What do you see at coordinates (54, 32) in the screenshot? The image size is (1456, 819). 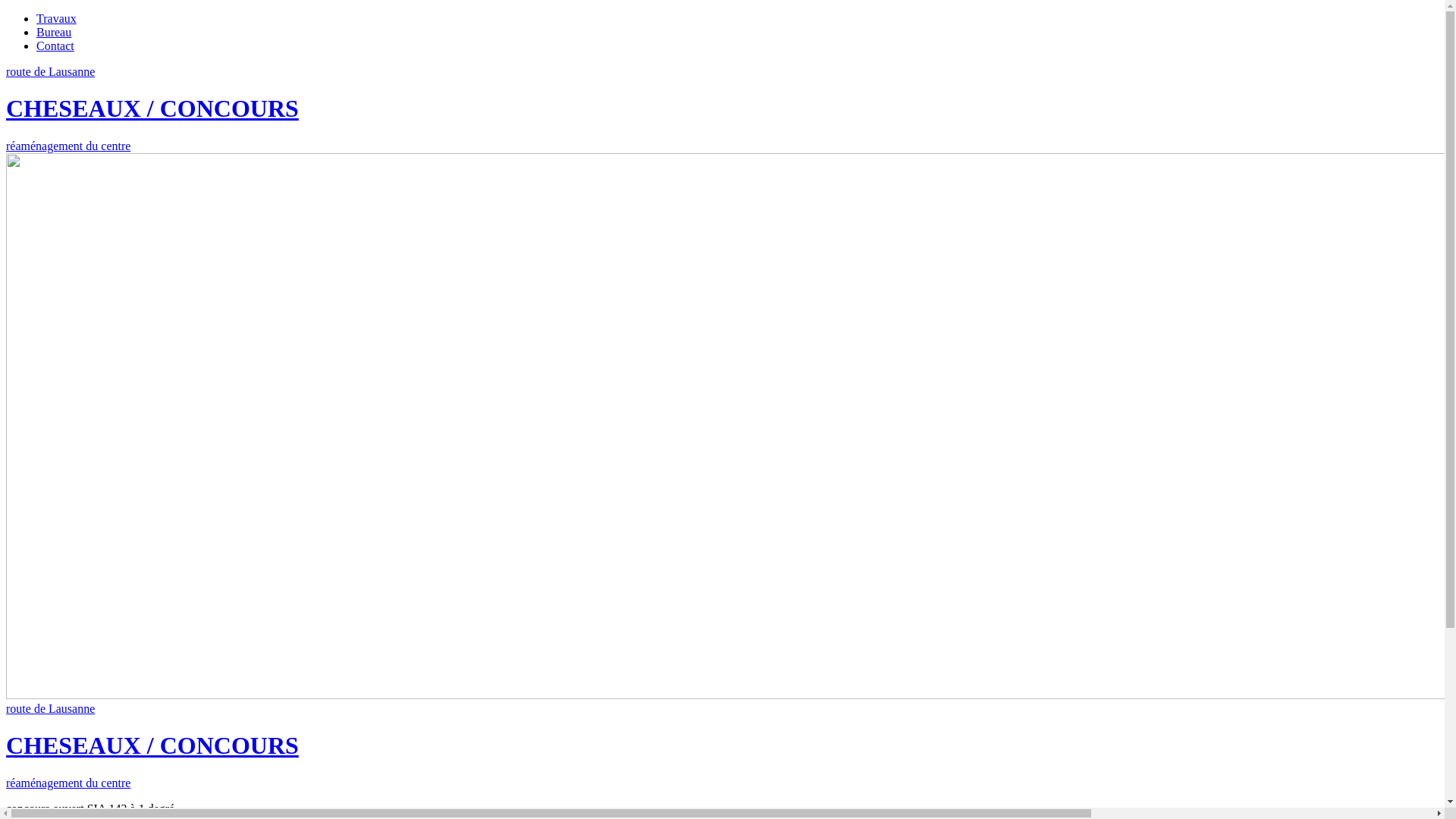 I see `'Bureau'` at bounding box center [54, 32].